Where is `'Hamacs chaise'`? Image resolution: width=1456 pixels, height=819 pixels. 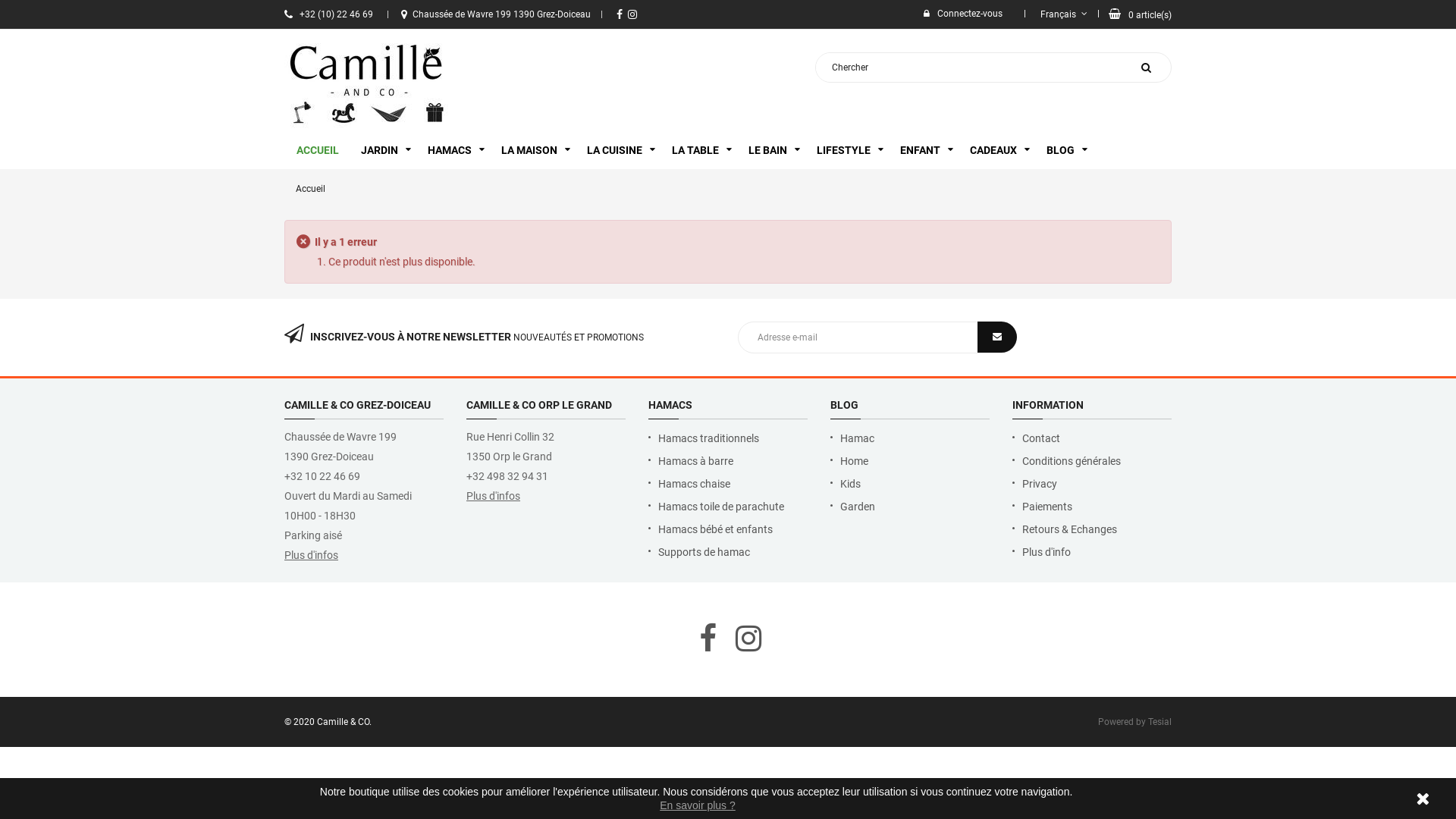
'Hamacs chaise' is located at coordinates (728, 483).